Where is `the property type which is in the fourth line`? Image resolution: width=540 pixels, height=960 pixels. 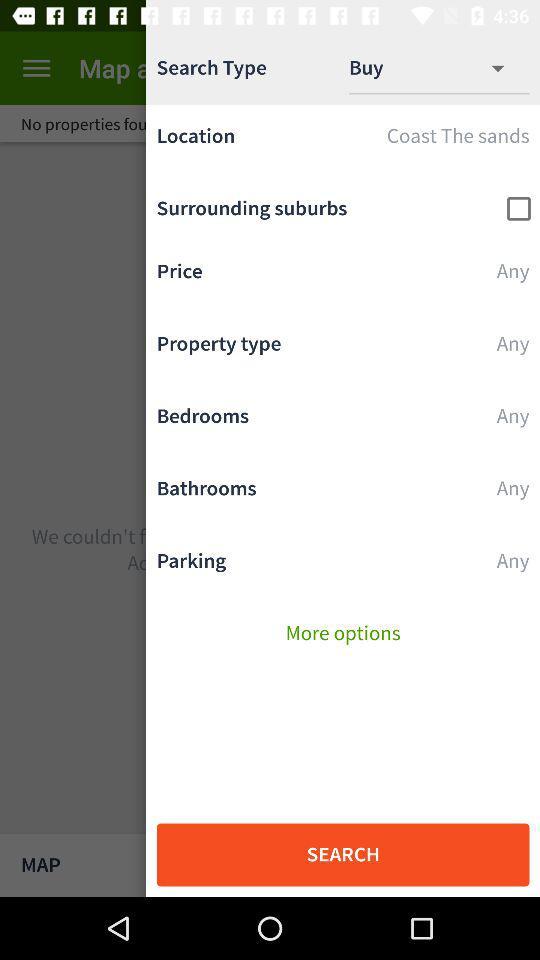
the property type which is in the fourth line is located at coordinates (342, 348).